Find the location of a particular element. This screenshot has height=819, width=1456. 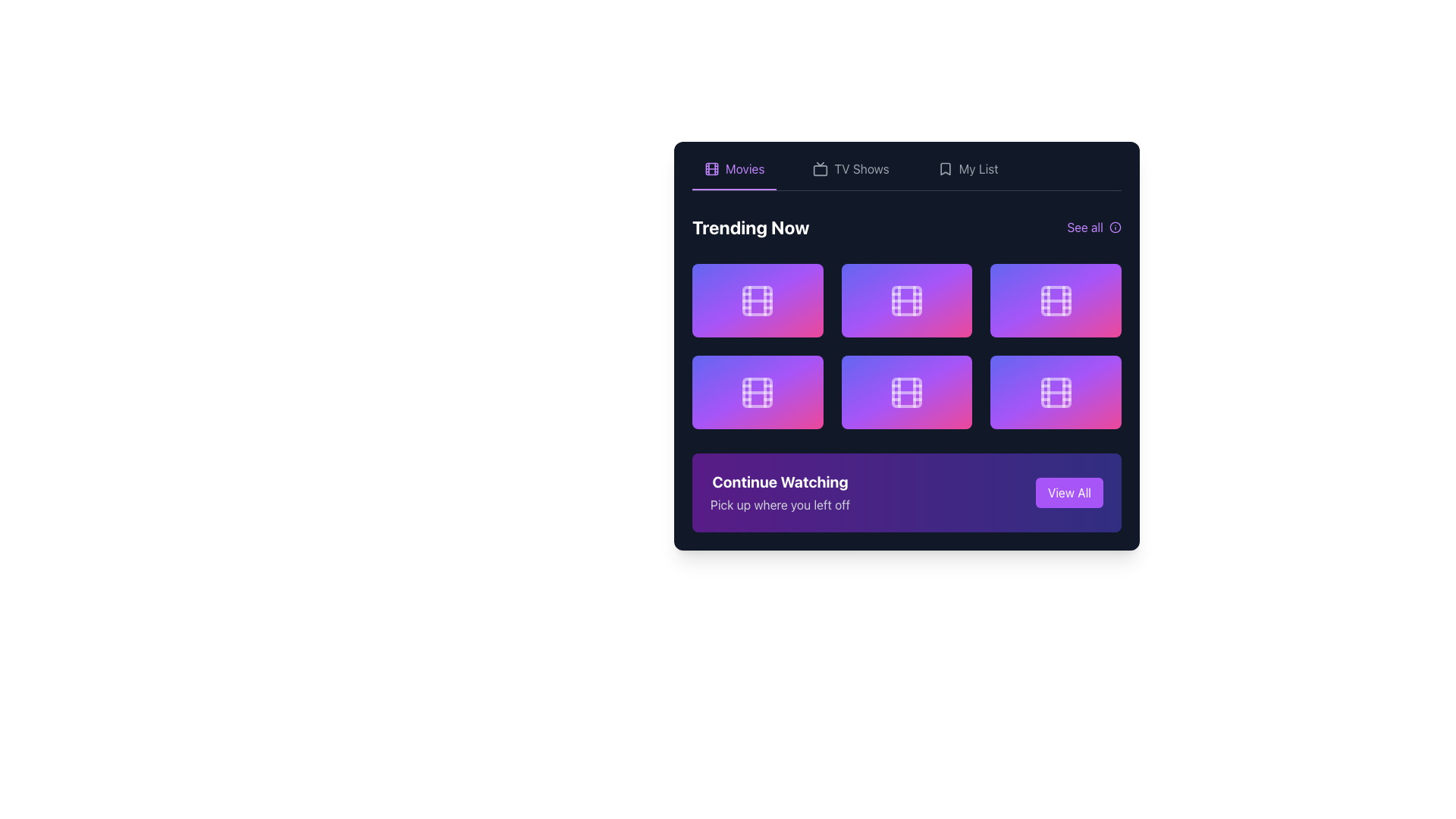

the first navigation tab labeled 'Movies' located at the top-left of the horizontal navigation bar is located at coordinates (734, 174).